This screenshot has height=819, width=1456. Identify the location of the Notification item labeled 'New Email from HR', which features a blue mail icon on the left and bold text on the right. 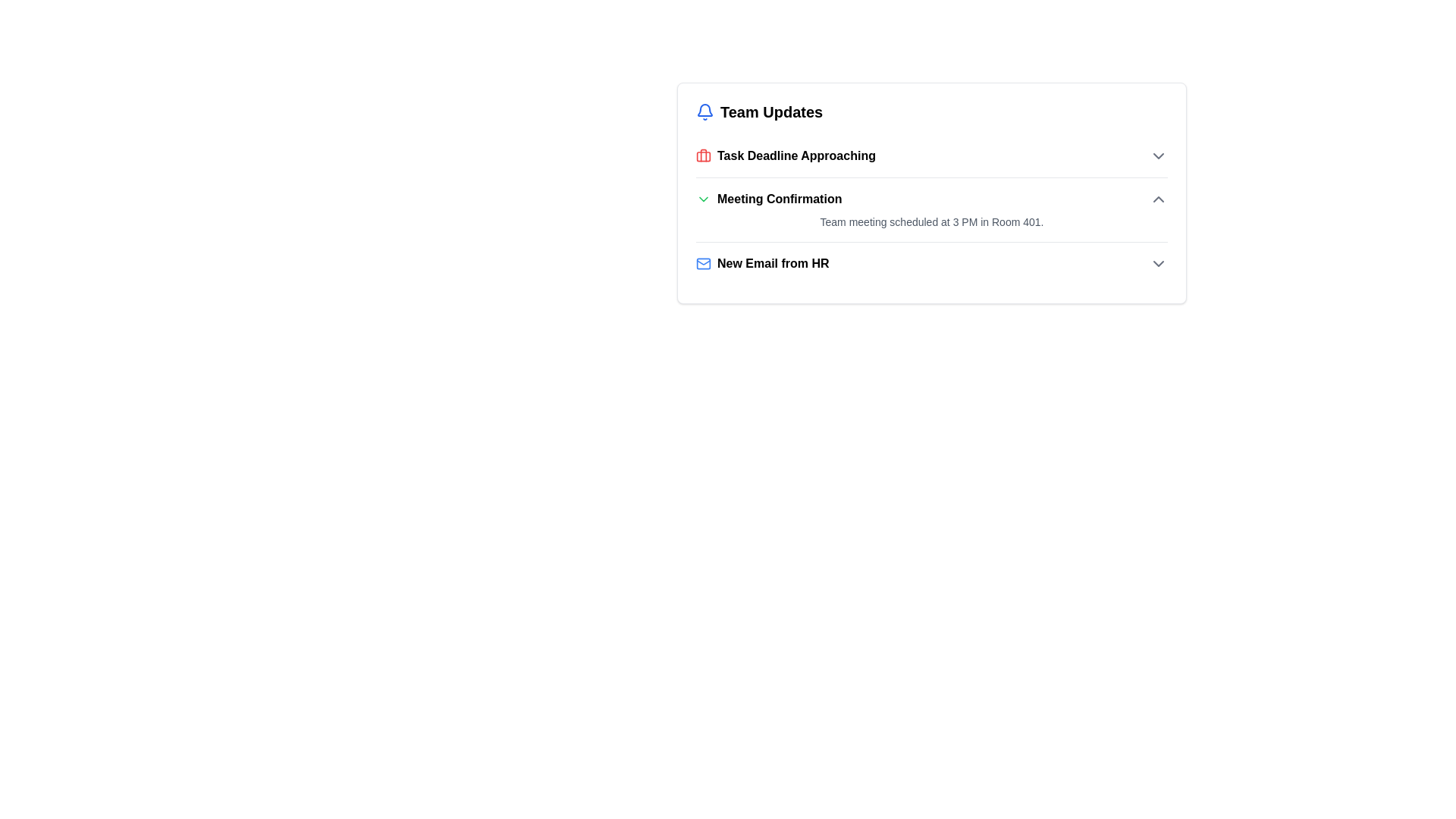
(762, 262).